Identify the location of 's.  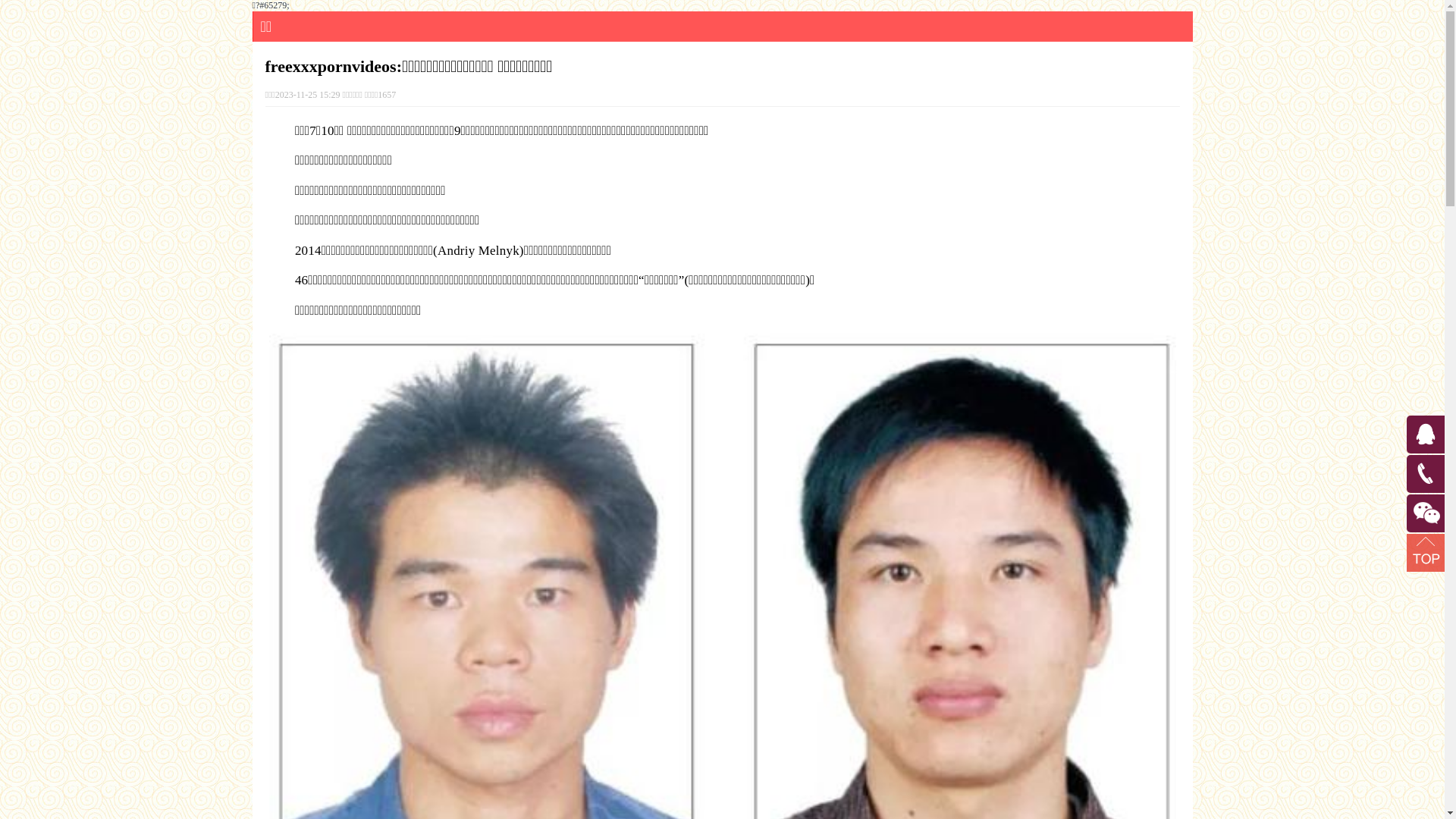
(1407, 459).